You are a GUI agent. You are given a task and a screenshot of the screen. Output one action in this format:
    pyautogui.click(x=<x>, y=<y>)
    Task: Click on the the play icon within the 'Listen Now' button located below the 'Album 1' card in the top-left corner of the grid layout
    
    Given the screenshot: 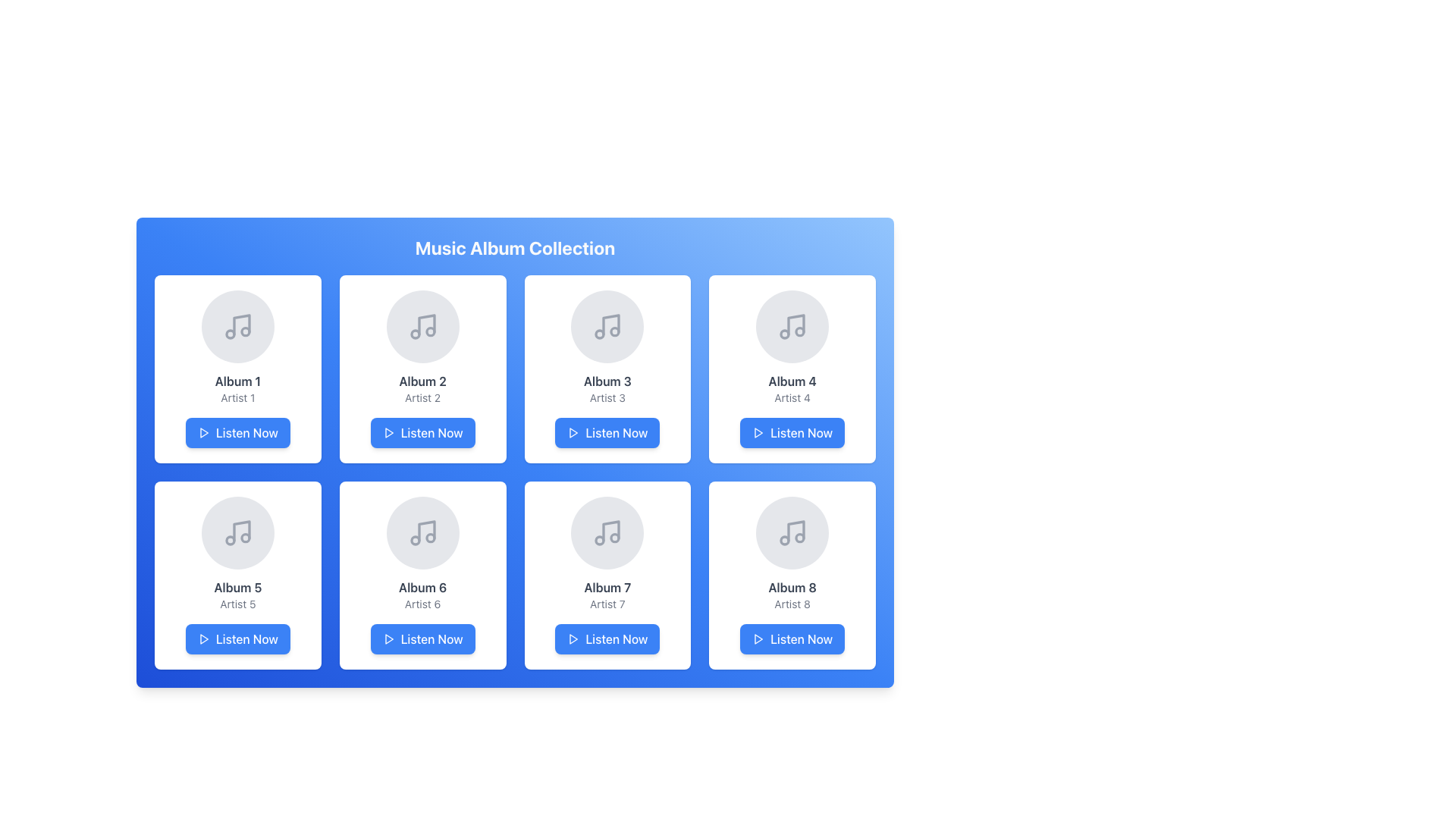 What is the action you would take?
    pyautogui.click(x=202, y=432)
    